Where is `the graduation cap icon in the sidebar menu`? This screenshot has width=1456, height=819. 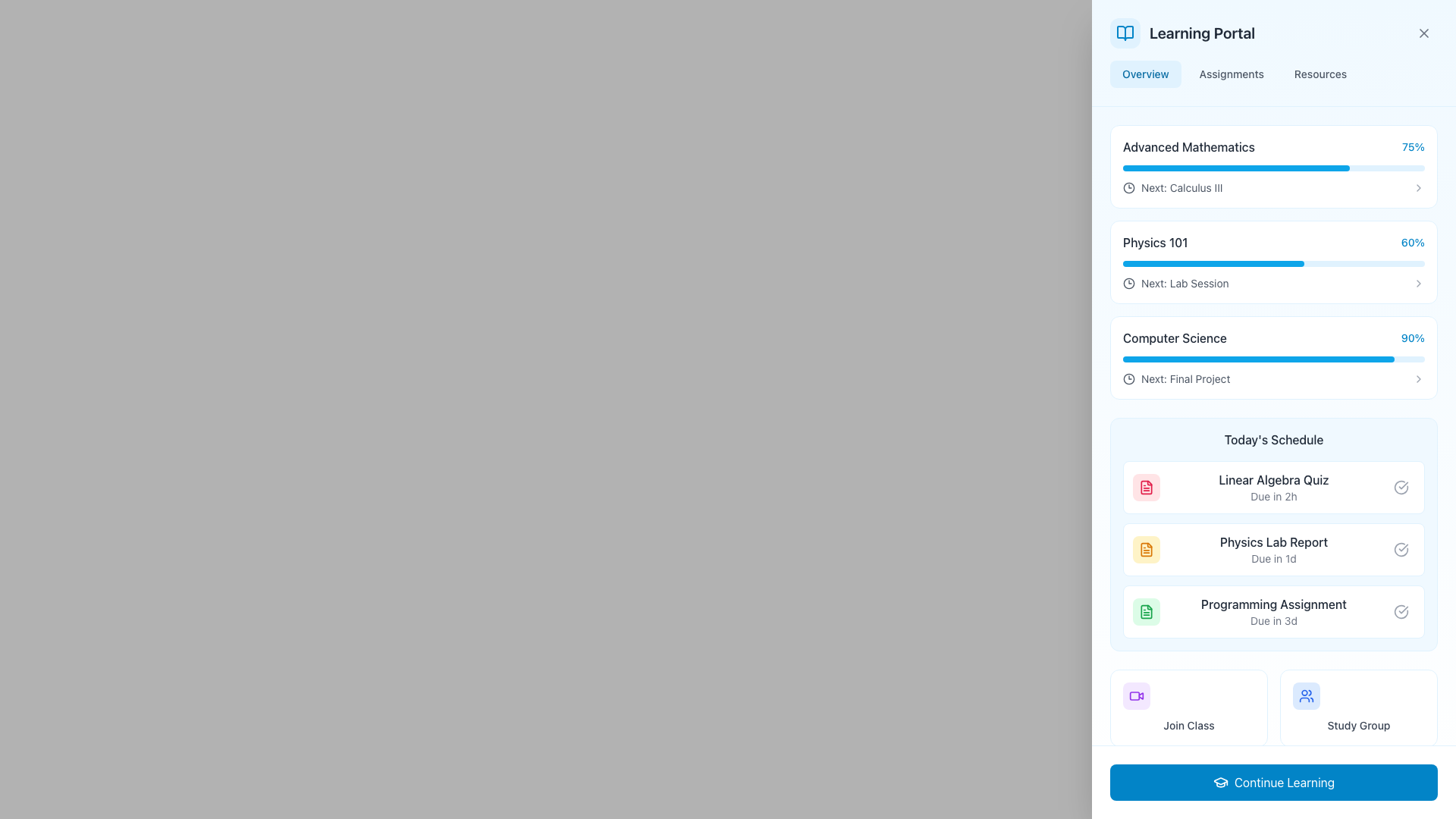 the graduation cap icon in the sidebar menu is located at coordinates (1220, 781).